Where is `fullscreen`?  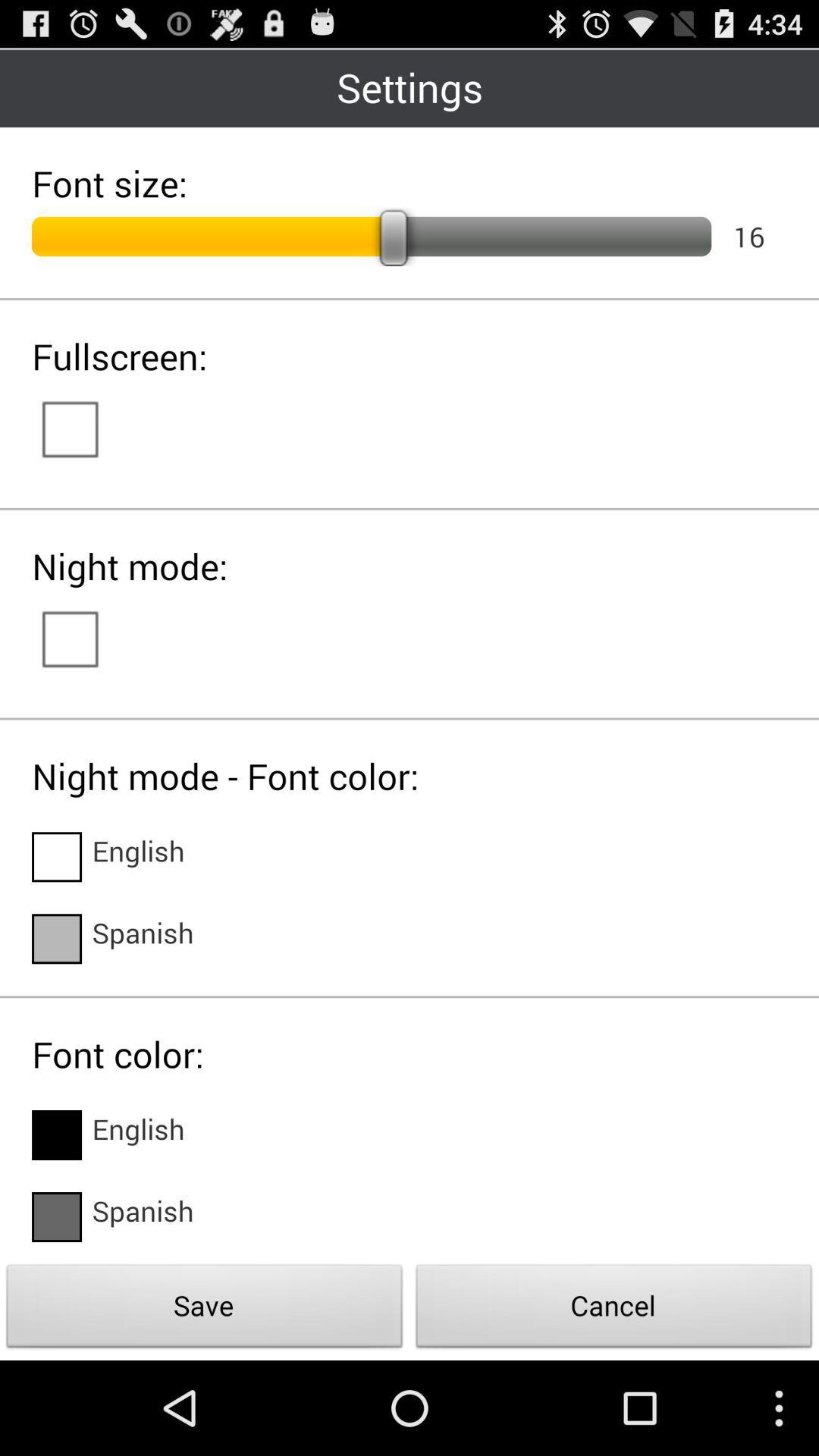 fullscreen is located at coordinates (85, 427).